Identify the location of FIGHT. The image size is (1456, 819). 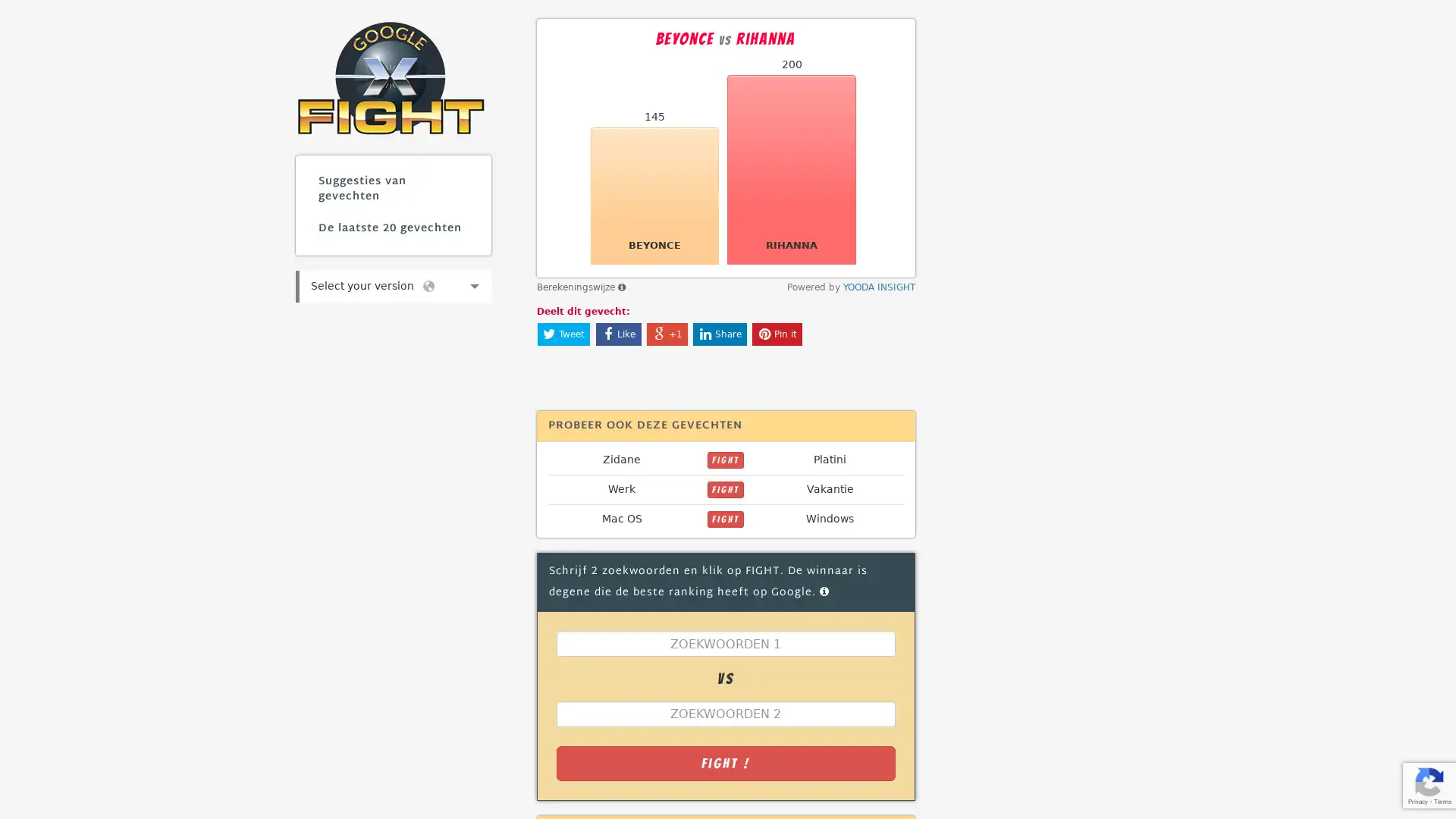
(724, 519).